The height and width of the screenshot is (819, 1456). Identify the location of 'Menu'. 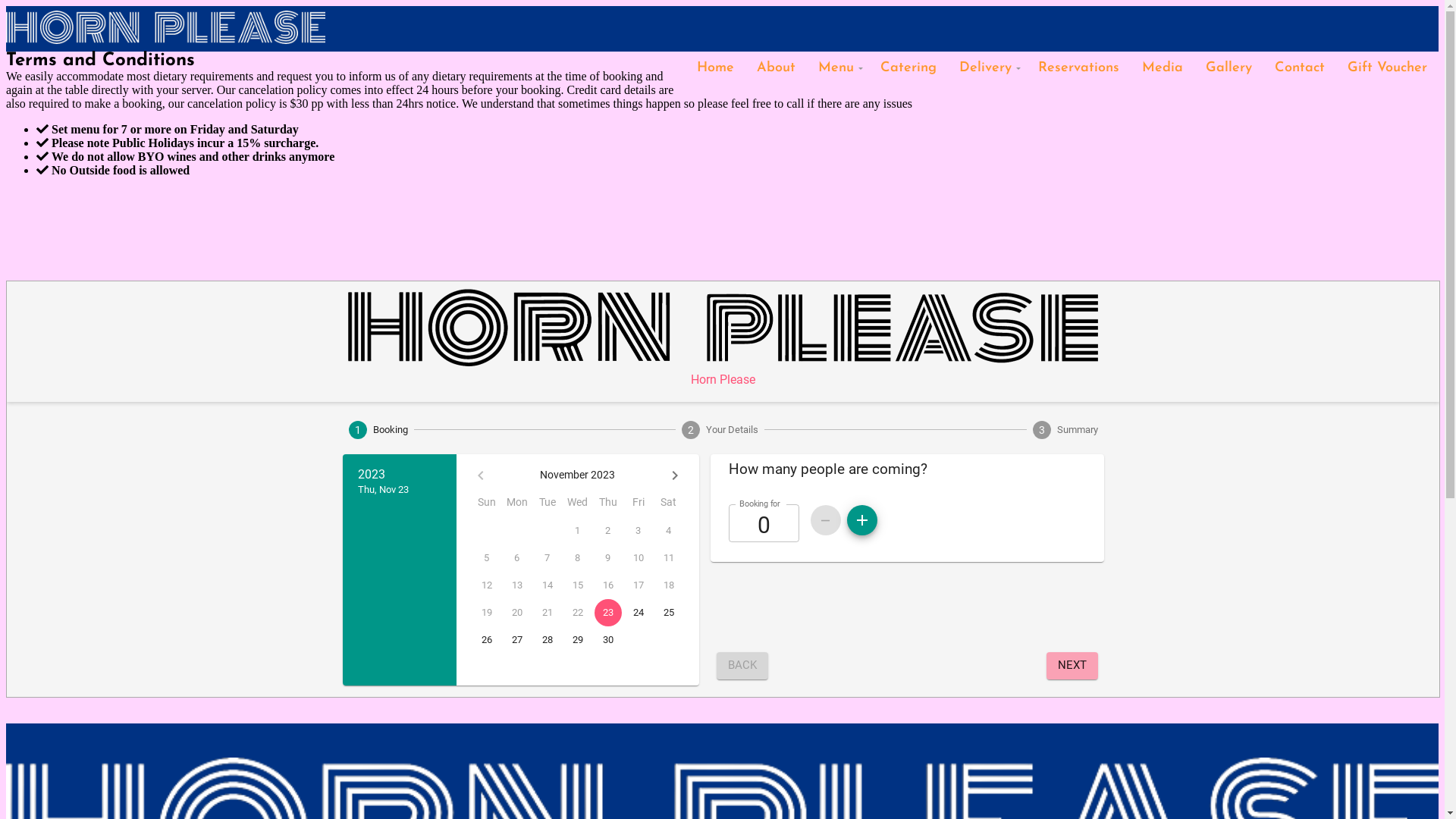
(836, 67).